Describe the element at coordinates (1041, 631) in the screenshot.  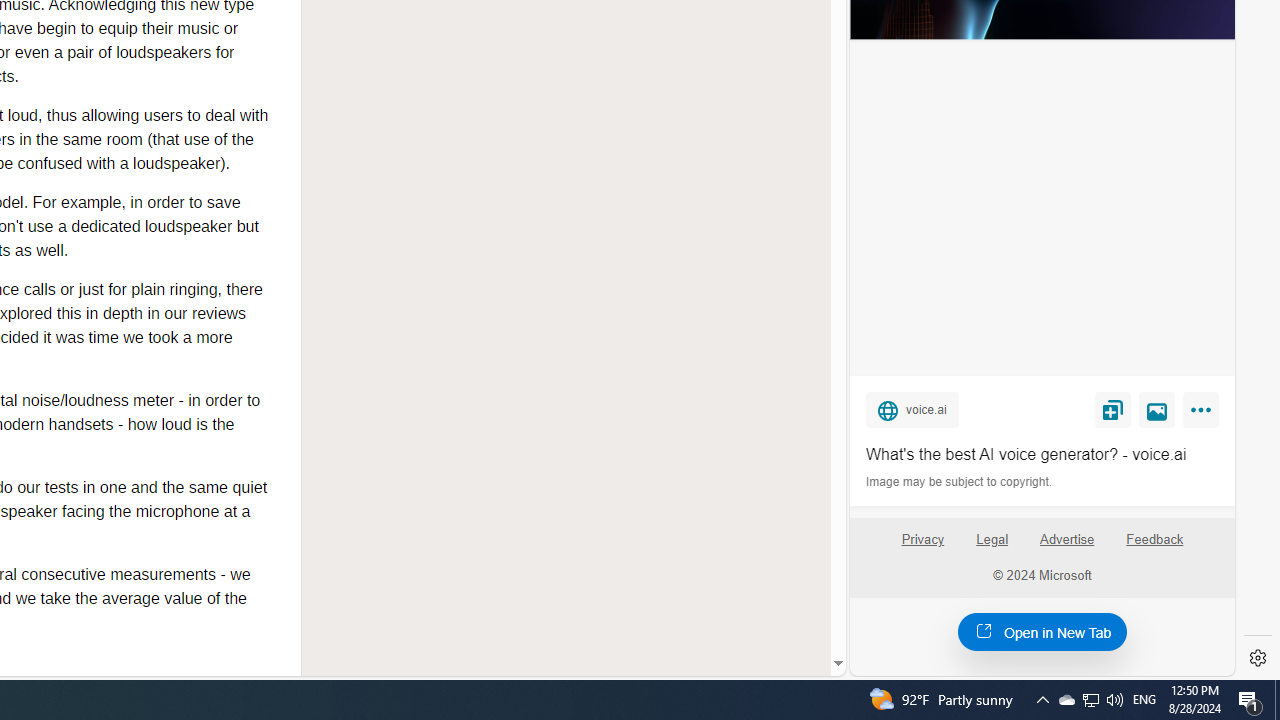
I see `'Open in New Tab'` at that location.